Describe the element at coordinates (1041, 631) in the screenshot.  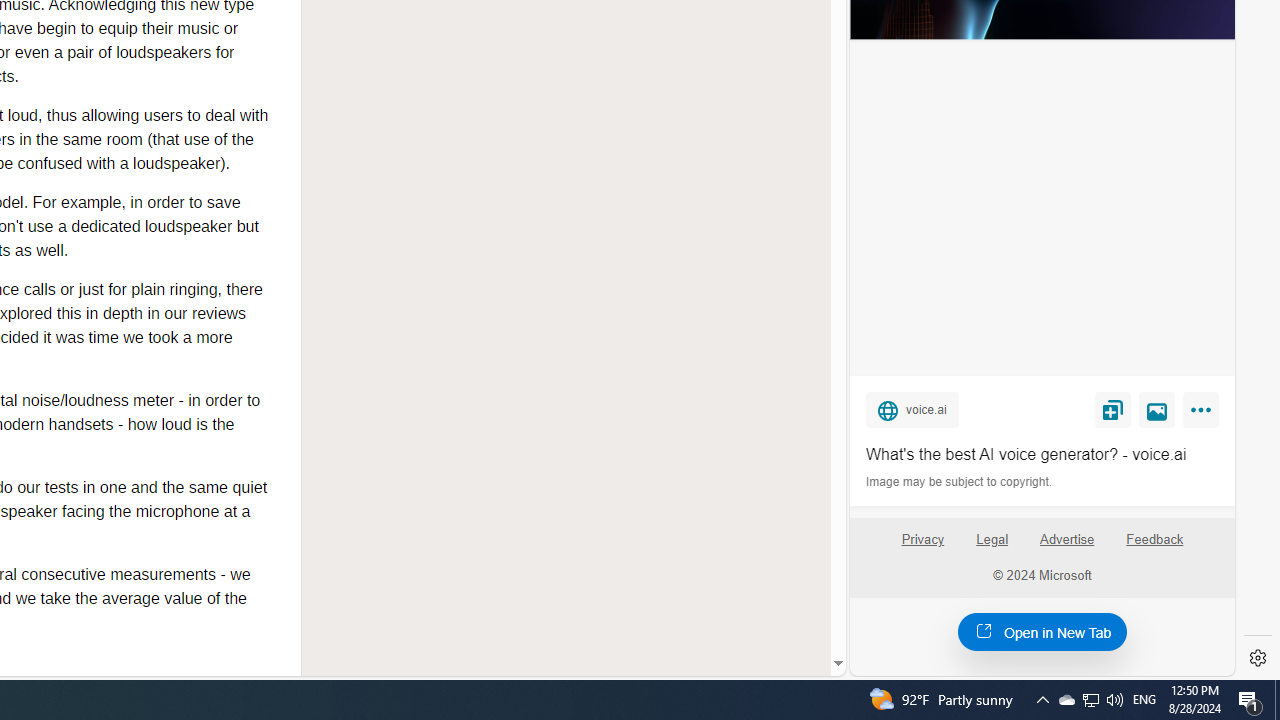
I see `'Open in New Tab'` at that location.